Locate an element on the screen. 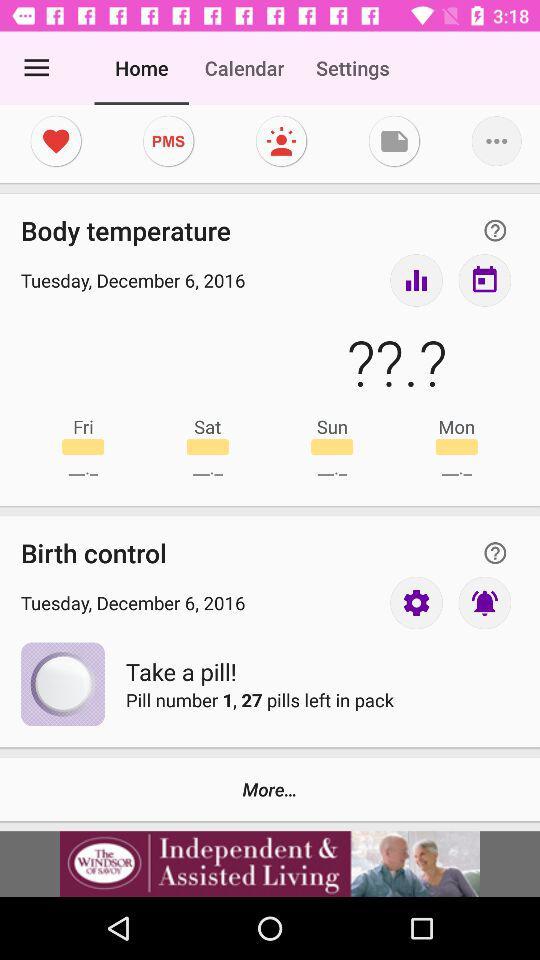 The width and height of the screenshot is (540, 960). quiton mark is located at coordinates (494, 553).